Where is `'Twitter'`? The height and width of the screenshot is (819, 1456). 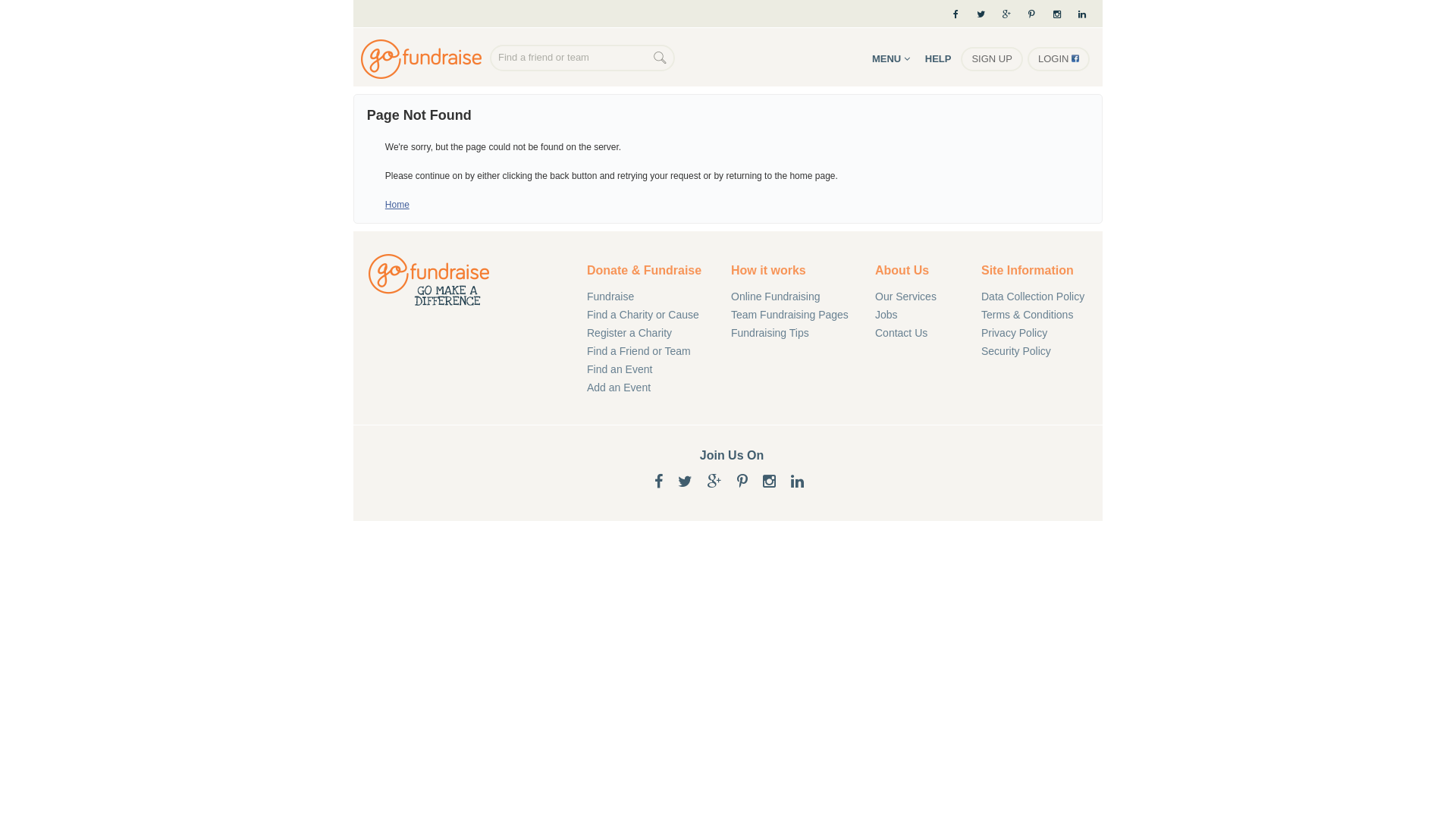 'Twitter' is located at coordinates (981, 14).